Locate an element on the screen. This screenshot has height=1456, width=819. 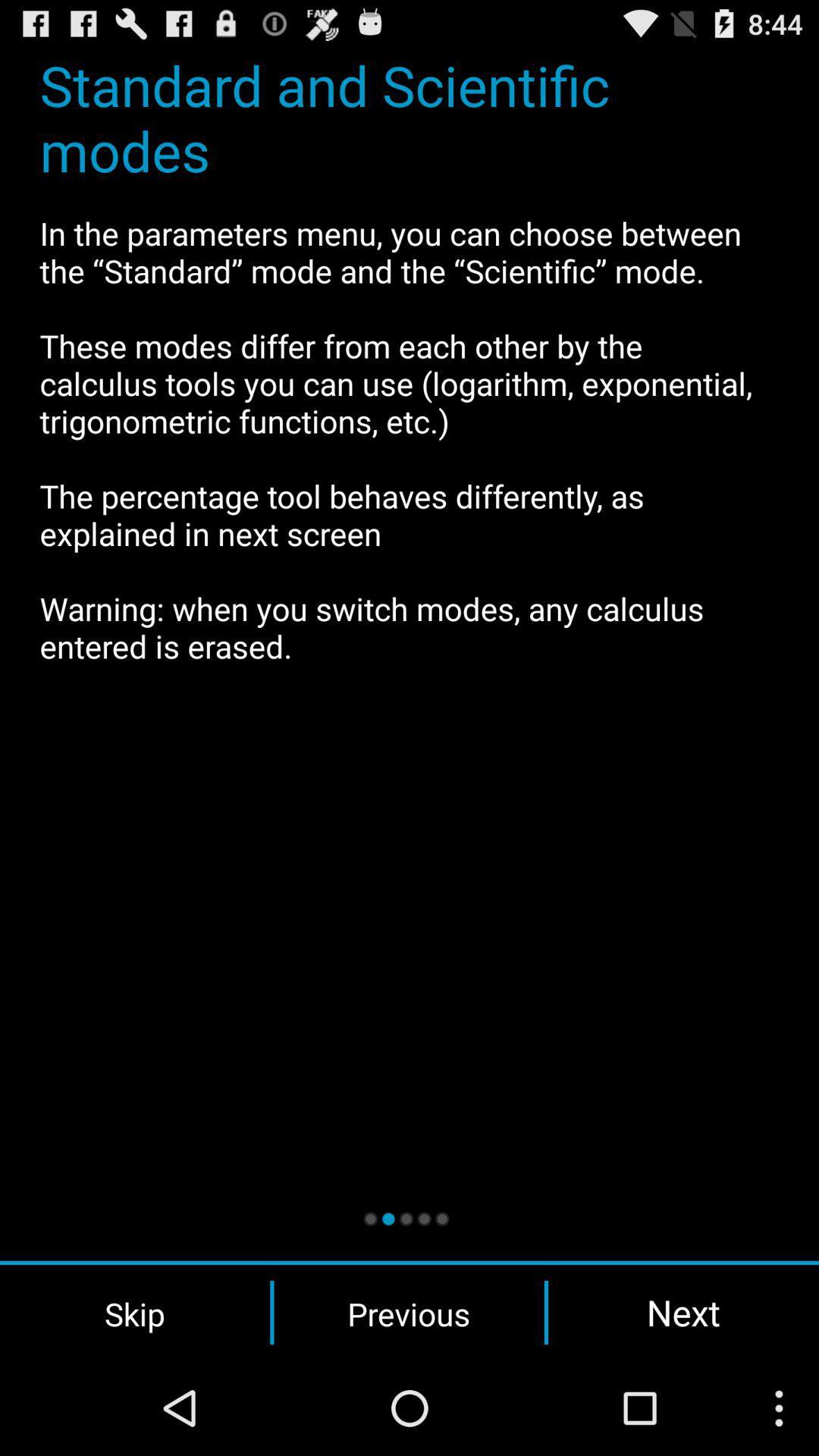
the previous is located at coordinates (408, 1312).